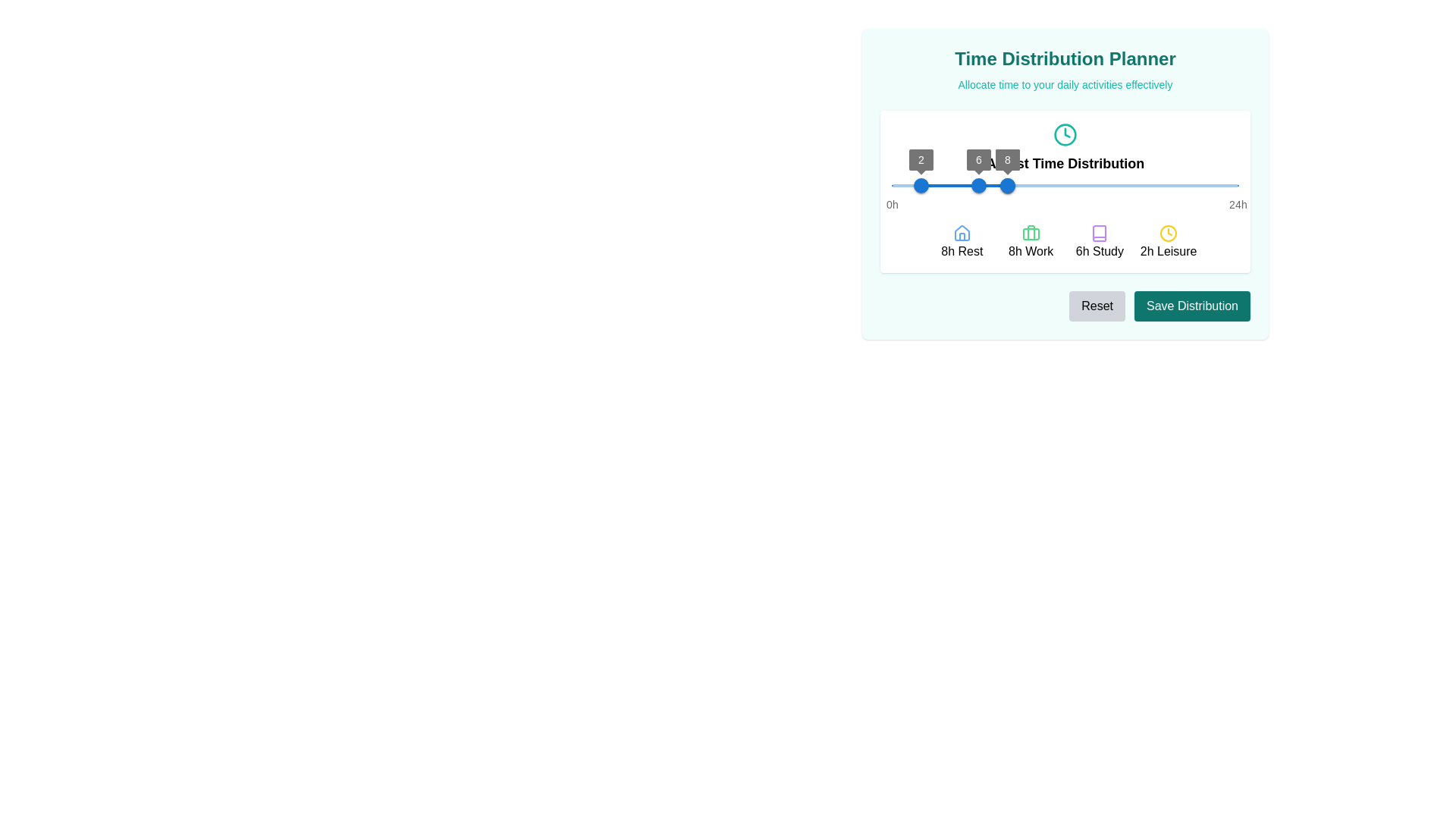 This screenshot has width=1456, height=819. What do you see at coordinates (1008, 160) in the screenshot?
I see `the tooltip displaying the numerical value '8' above the third slider thumb in the 'Time Distribution Planner' section` at bounding box center [1008, 160].